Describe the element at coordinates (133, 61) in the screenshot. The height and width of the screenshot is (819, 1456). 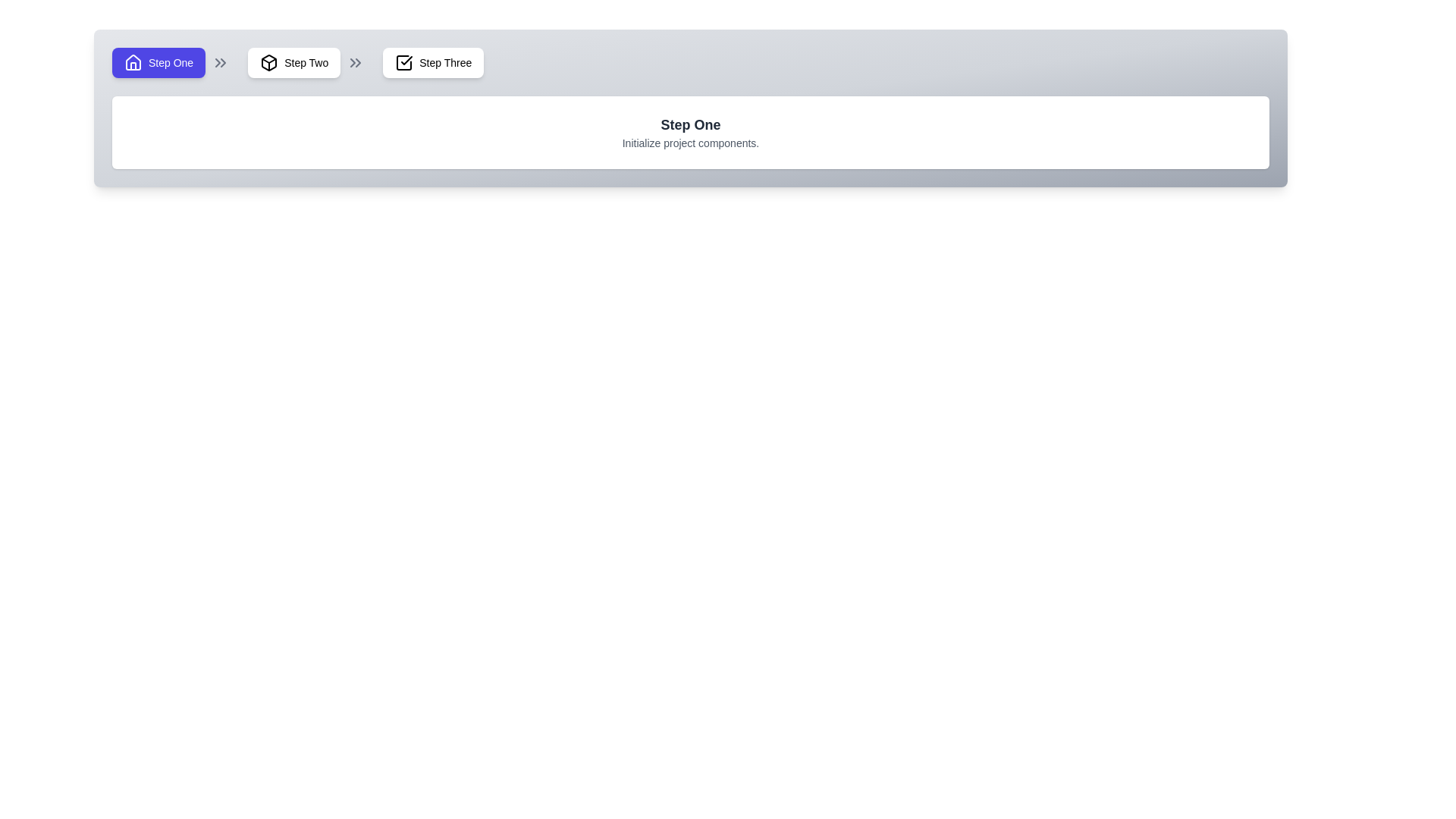
I see `the house-shaped icon located on the leftmost side of the step navigation bar, which is part of the 'Step One' button in the SVG graphic` at that location.